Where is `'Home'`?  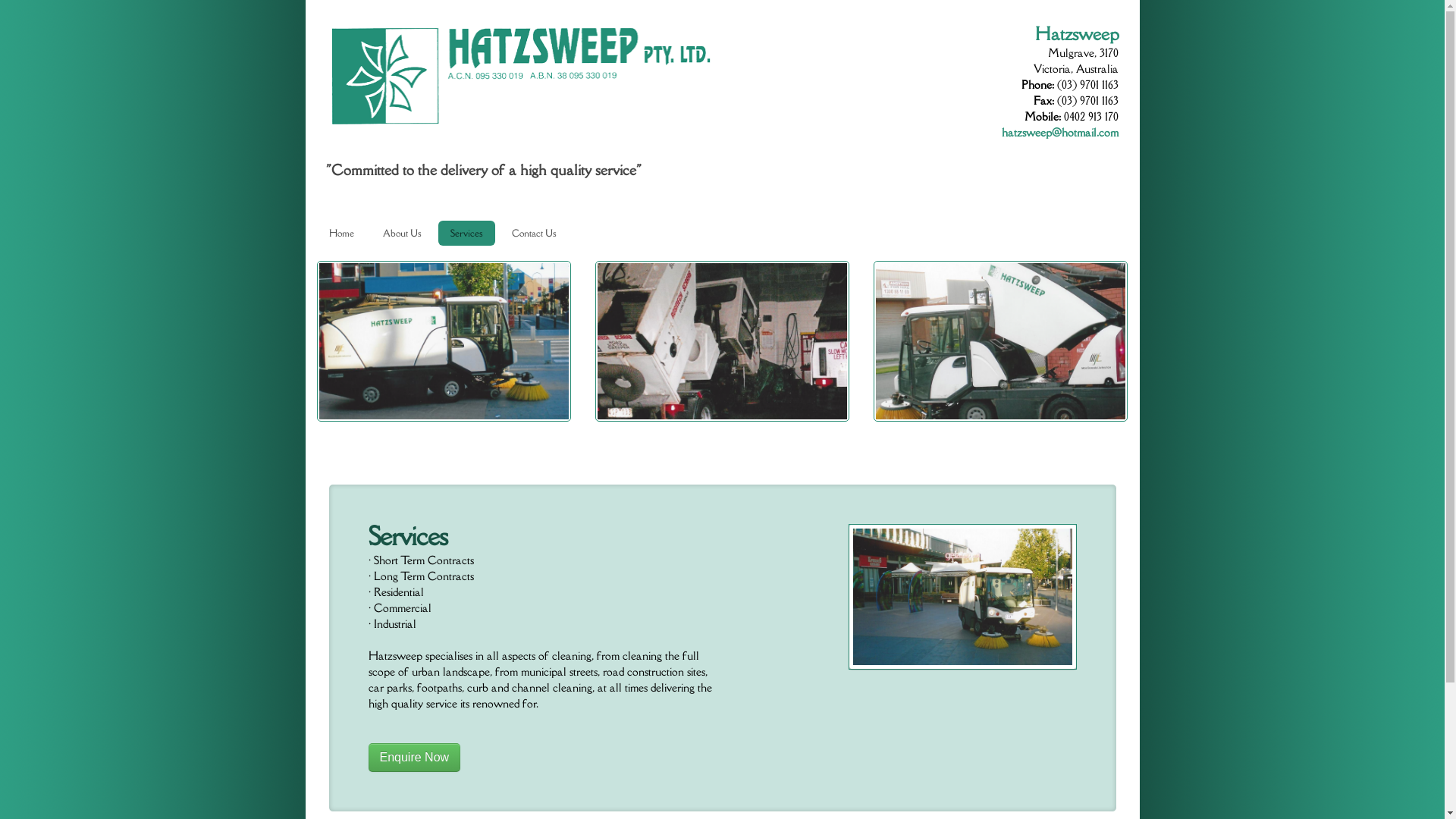
'Home' is located at coordinates (315, 233).